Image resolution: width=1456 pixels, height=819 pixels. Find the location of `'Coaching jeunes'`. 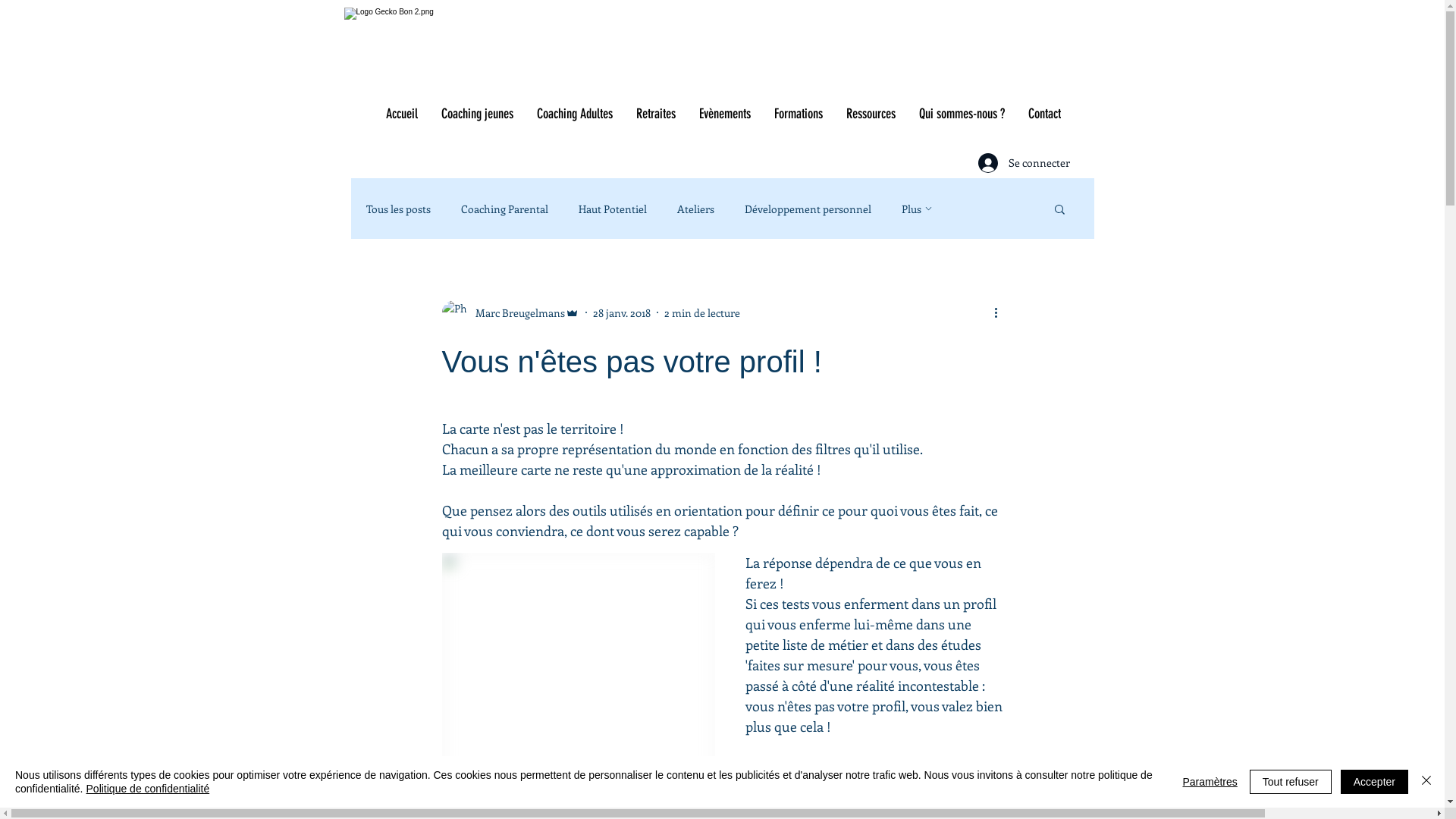

'Coaching jeunes' is located at coordinates (475, 113).